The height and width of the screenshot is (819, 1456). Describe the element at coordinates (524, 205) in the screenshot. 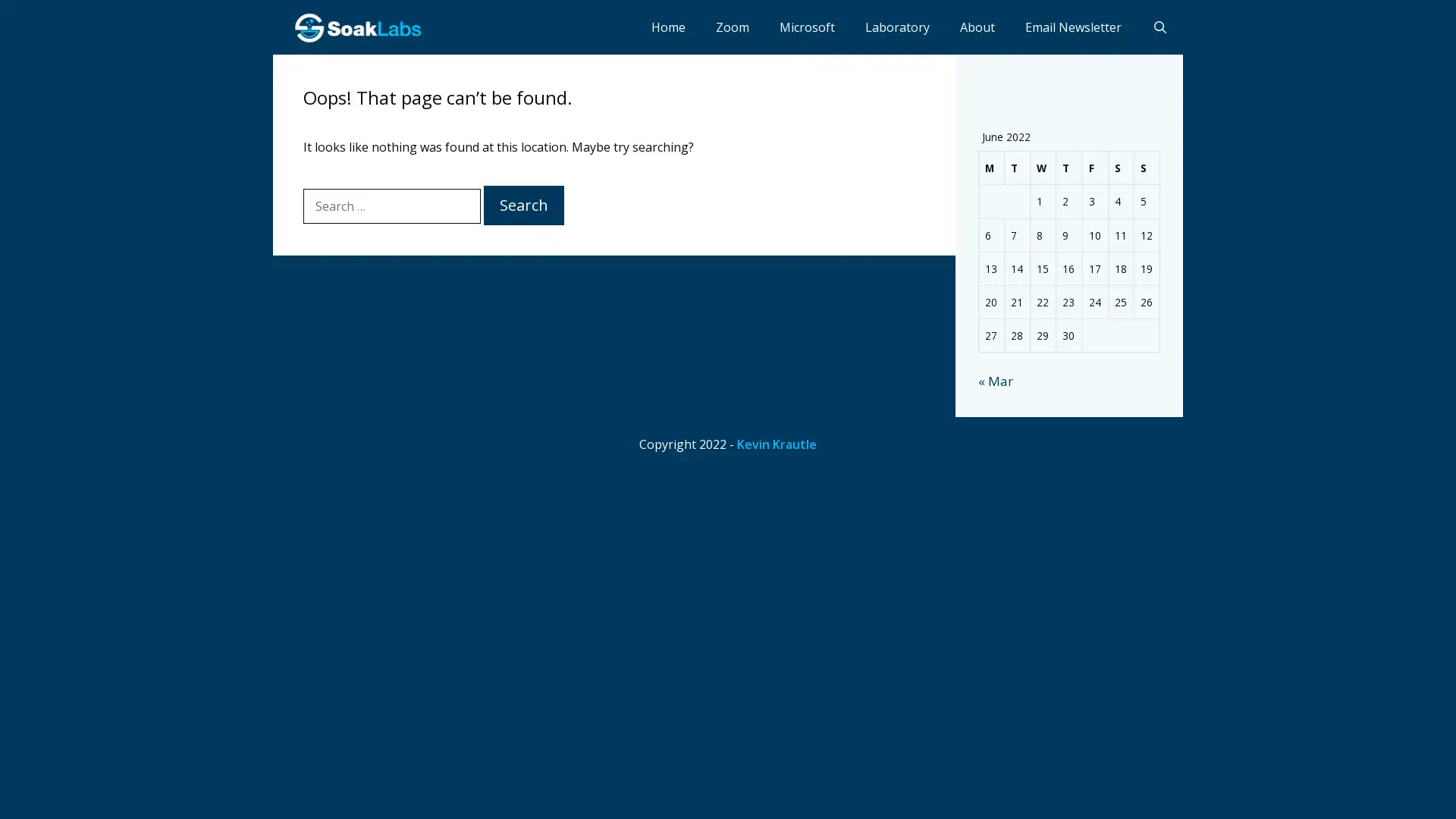

I see `Search` at that location.